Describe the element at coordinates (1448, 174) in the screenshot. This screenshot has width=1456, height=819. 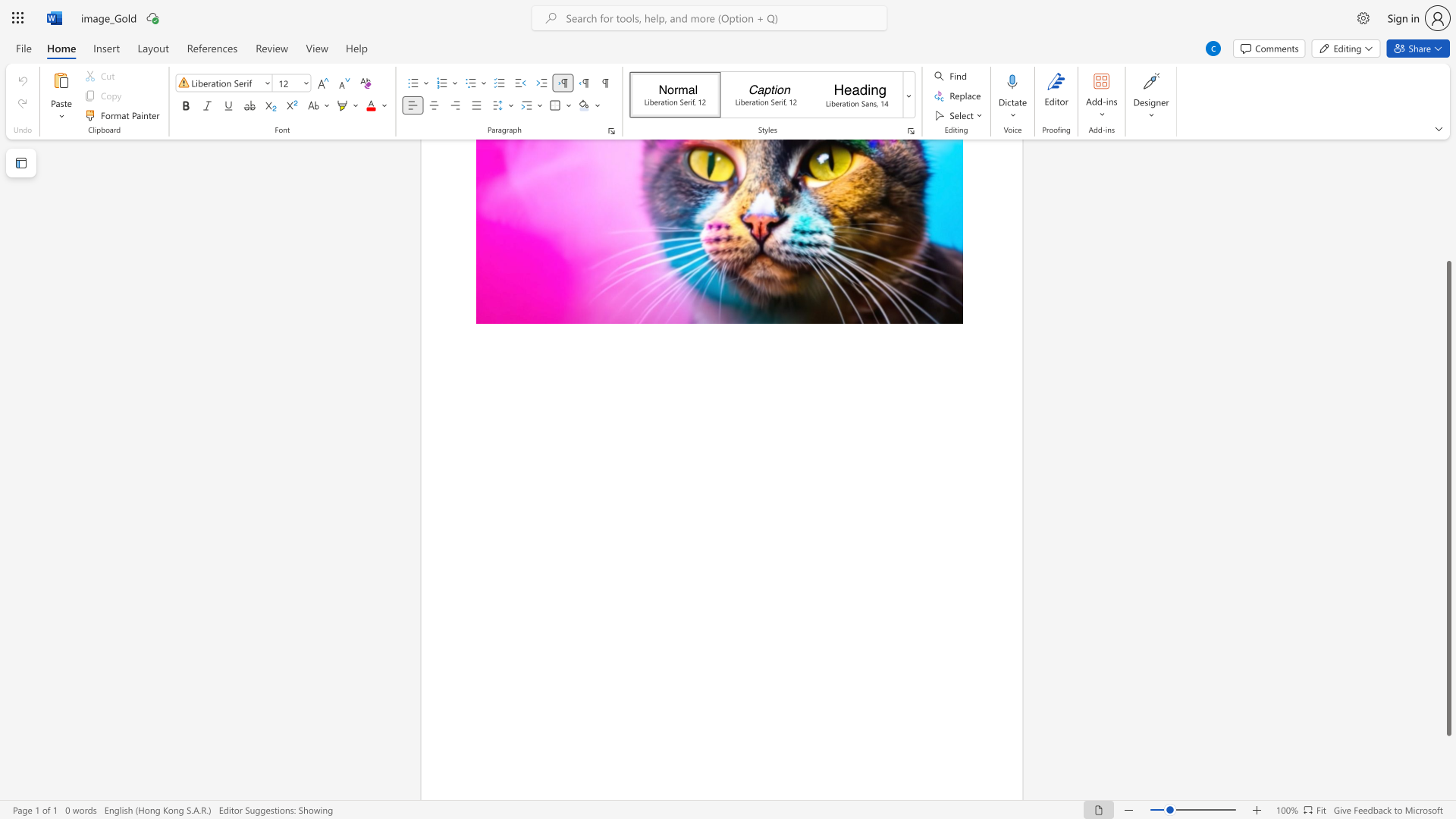
I see `the scrollbar to move the page upward` at that location.